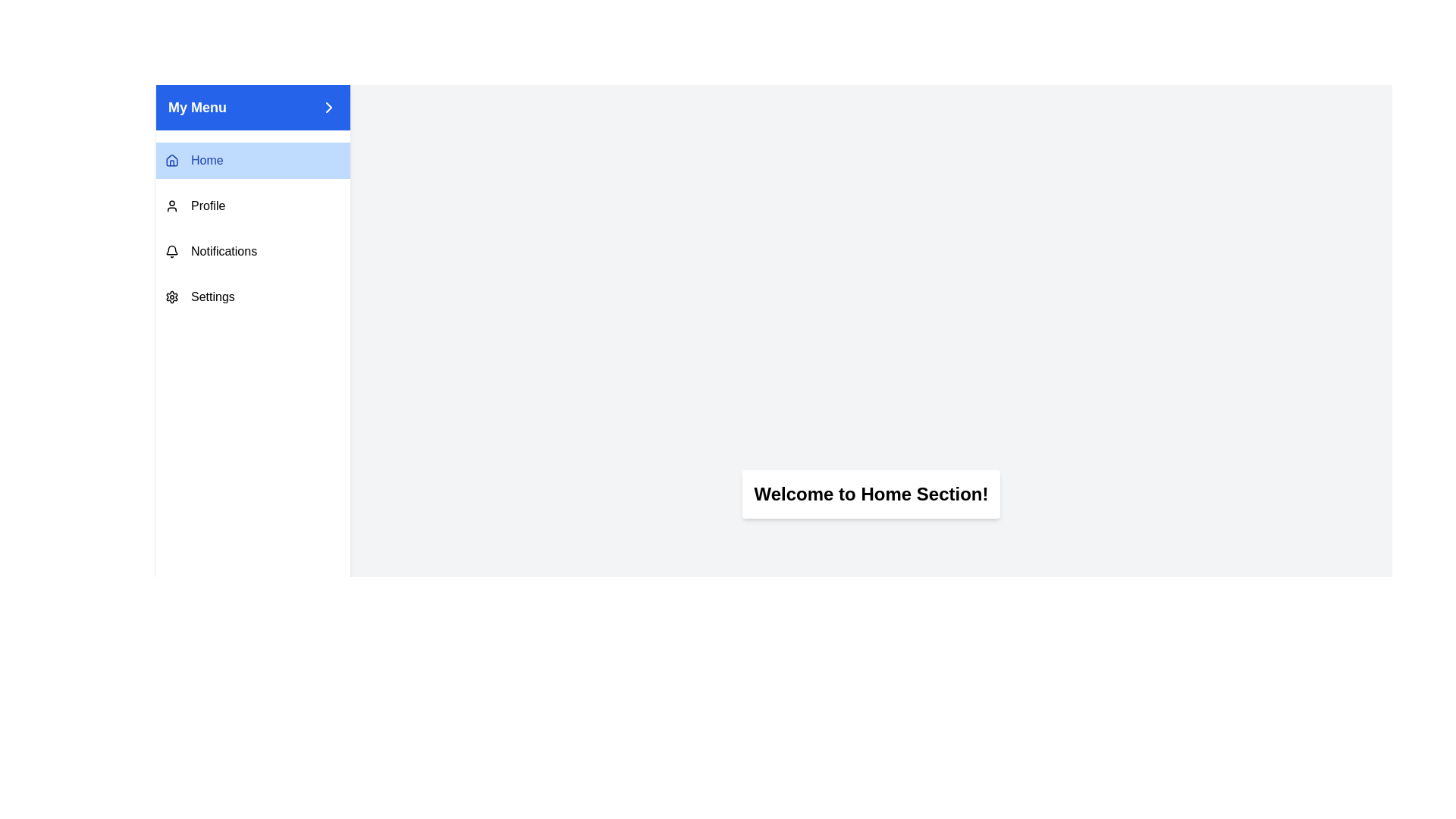 This screenshot has width=1456, height=819. Describe the element at coordinates (171, 206) in the screenshot. I see `the user silhouette icon located to the left of the 'Profile' text label in the vertical menu` at that location.